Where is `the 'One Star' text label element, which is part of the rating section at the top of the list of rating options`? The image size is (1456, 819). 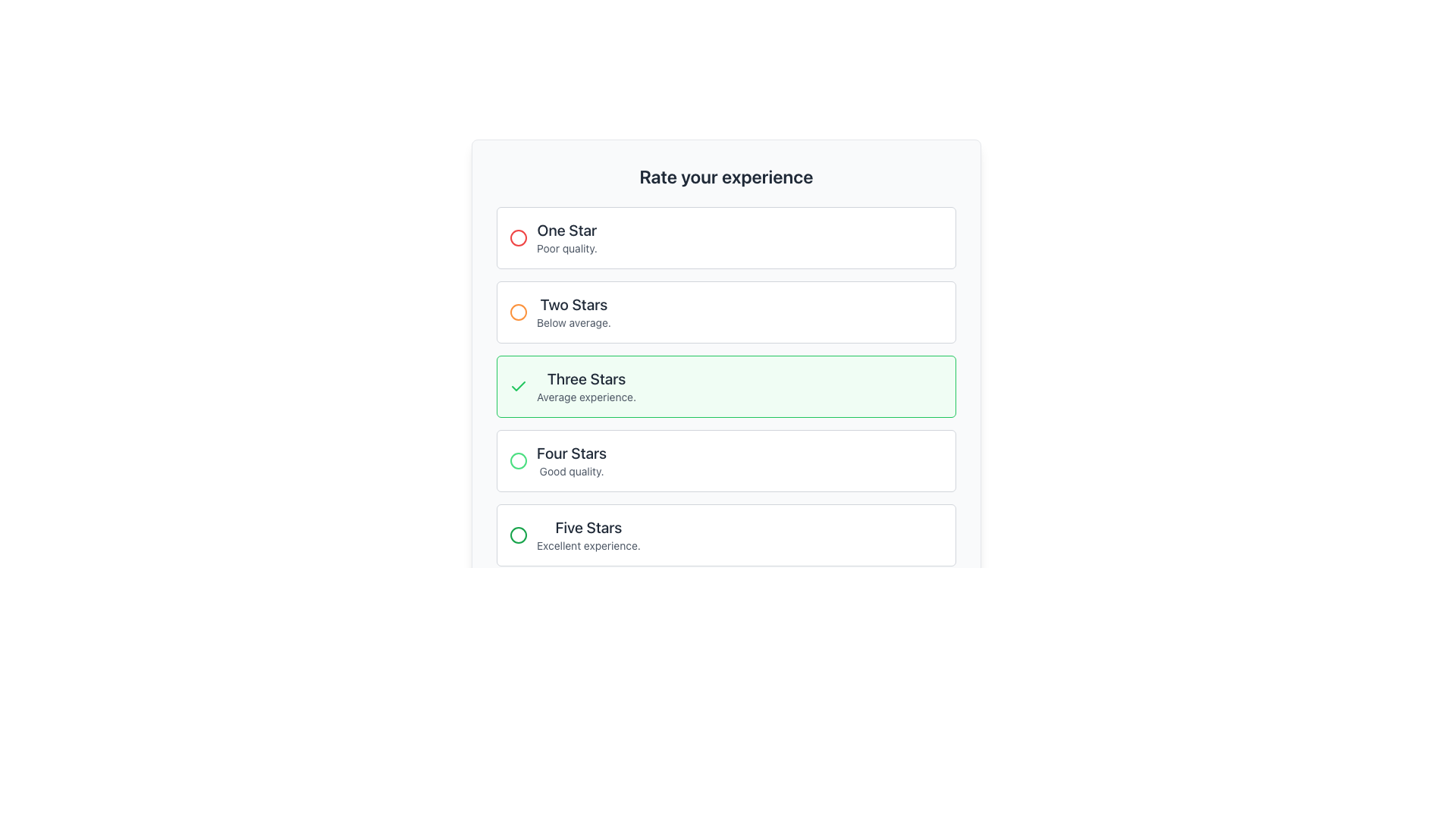
the 'One Star' text label element, which is part of the rating section at the top of the list of rating options is located at coordinates (566, 231).